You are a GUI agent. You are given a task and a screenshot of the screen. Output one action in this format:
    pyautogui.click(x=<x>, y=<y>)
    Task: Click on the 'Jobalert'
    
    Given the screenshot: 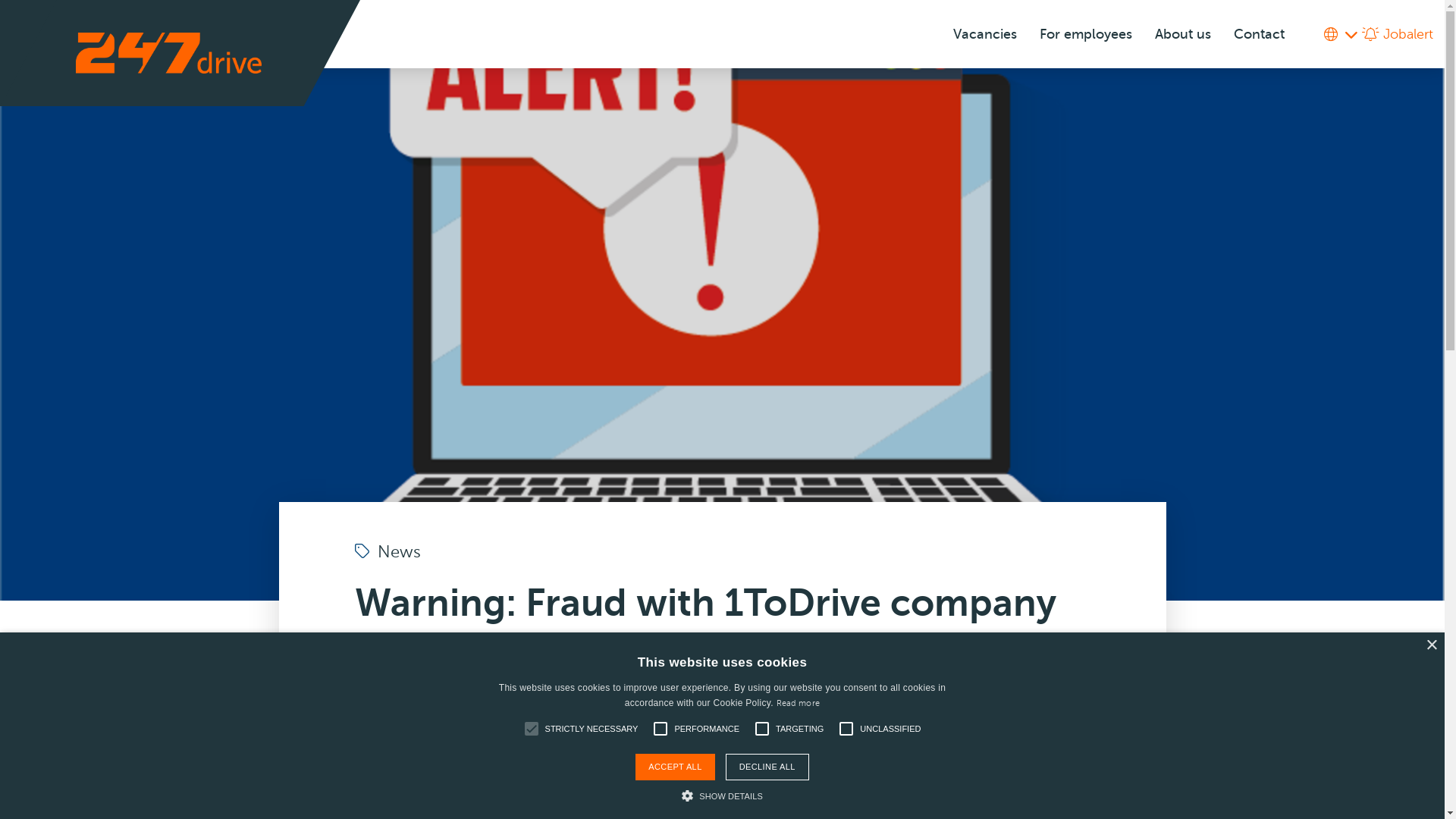 What is the action you would take?
    pyautogui.click(x=1397, y=34)
    